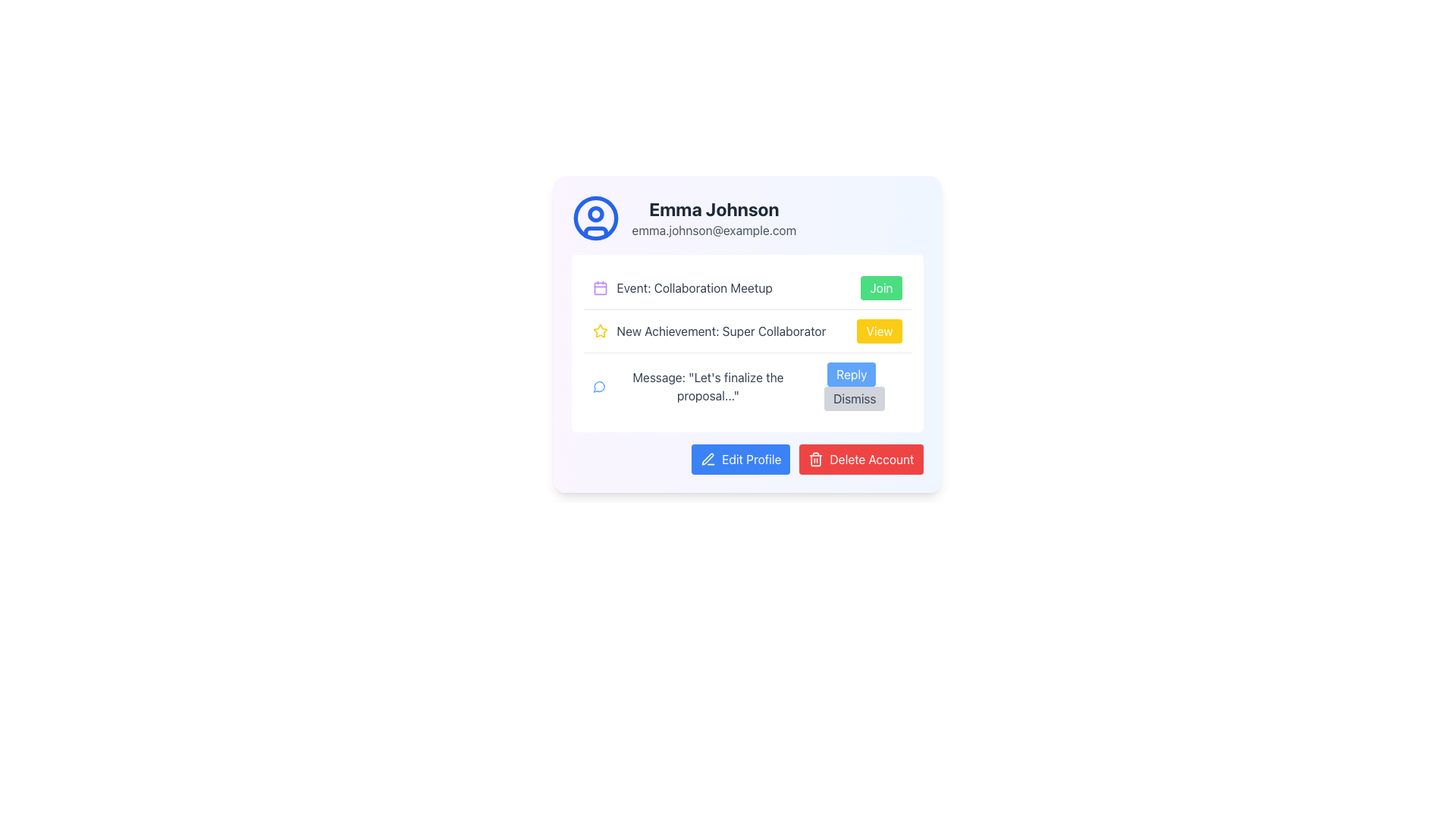 Image resolution: width=1456 pixels, height=819 pixels. What do you see at coordinates (707, 458) in the screenshot?
I see `the pen icon within the 'Edit Profile' button located at the lower-left corner of the user profile card` at bounding box center [707, 458].